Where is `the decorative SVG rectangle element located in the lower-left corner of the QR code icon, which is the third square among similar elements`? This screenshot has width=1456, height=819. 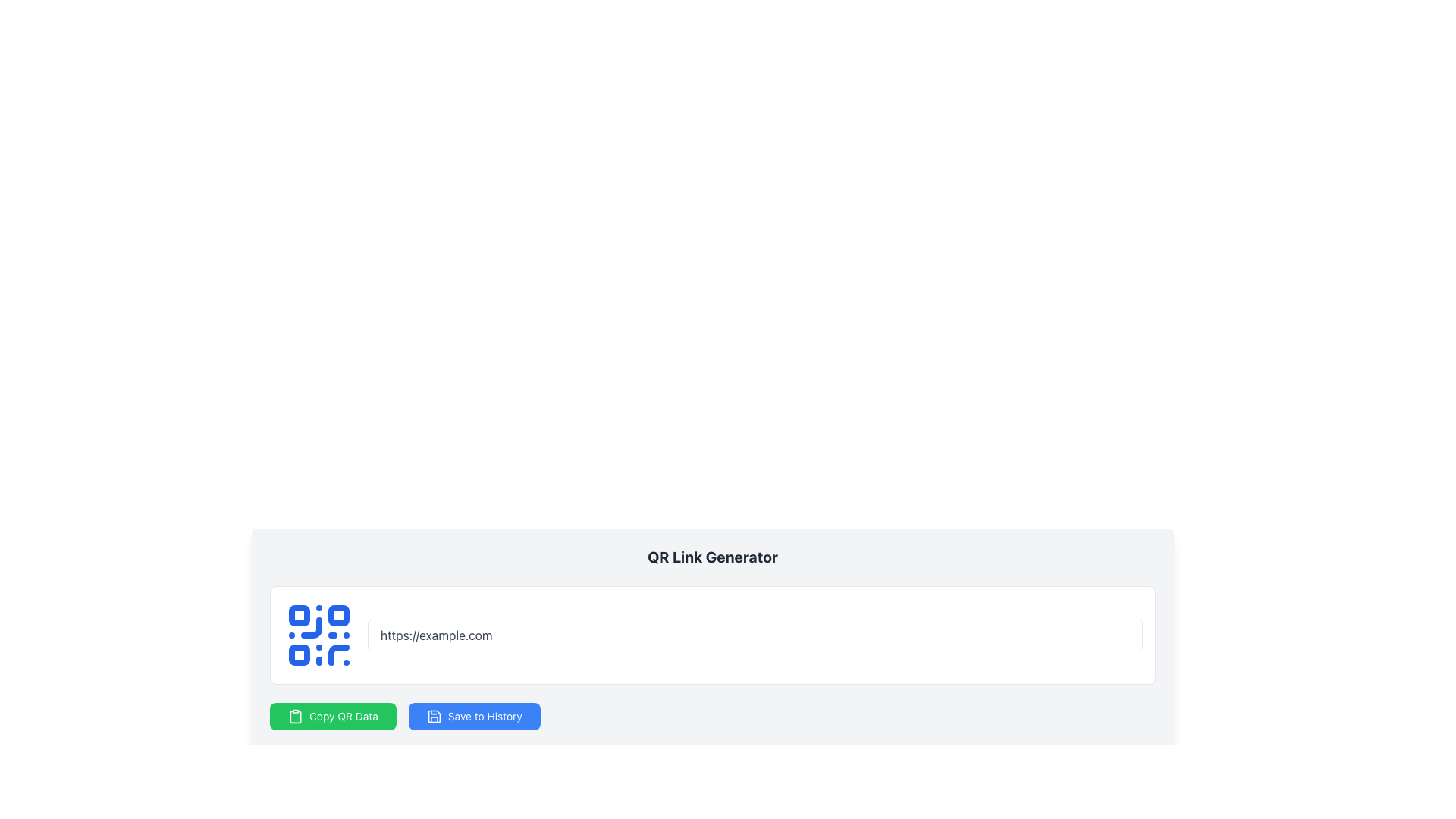 the decorative SVG rectangle element located in the lower-left corner of the QR code icon, which is the third square among similar elements is located at coordinates (299, 654).